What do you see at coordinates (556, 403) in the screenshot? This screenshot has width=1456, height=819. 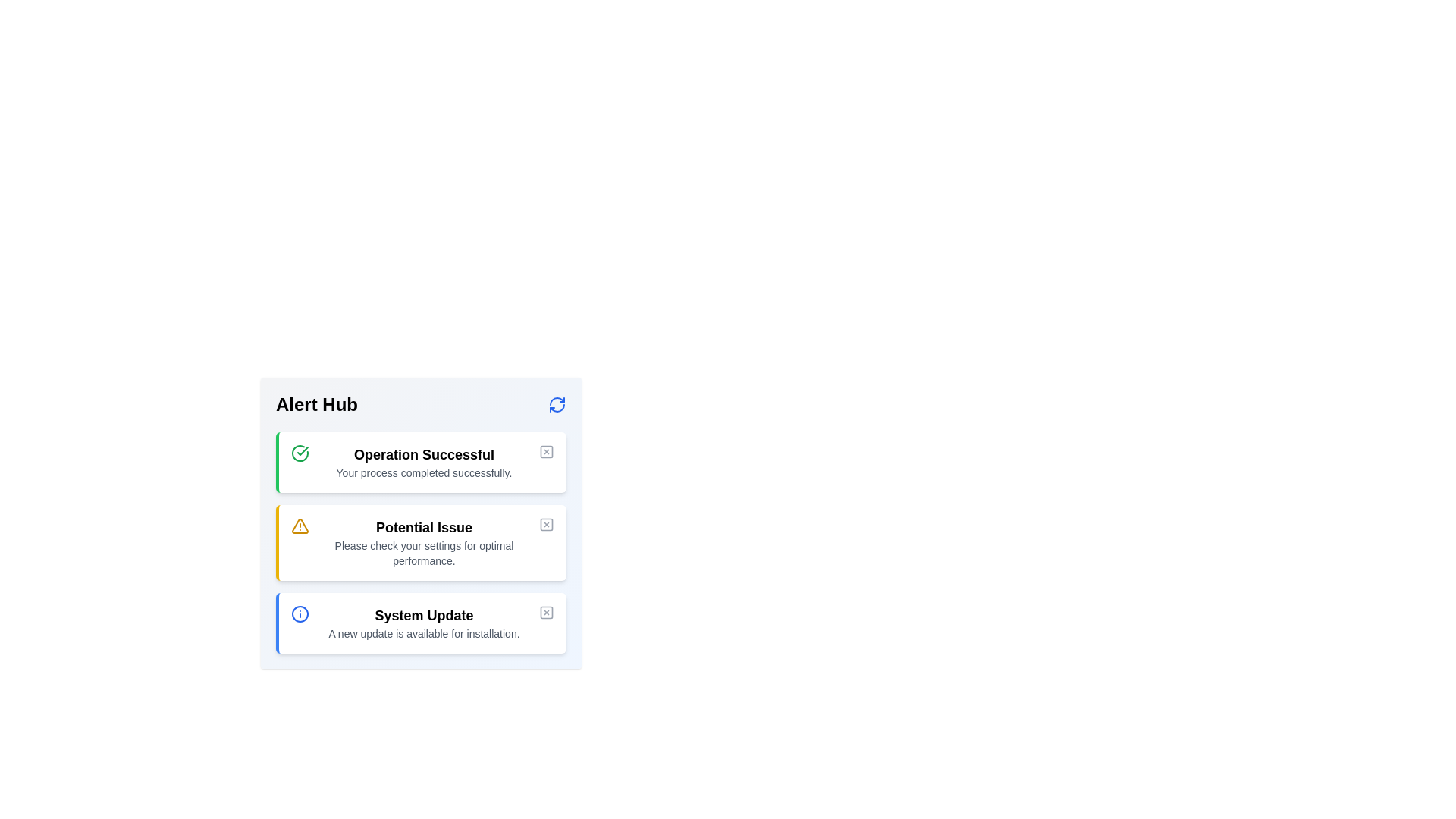 I see `the refresh icon button located in the top right of the 'Alert Hub' section to reload or update its content` at bounding box center [556, 403].